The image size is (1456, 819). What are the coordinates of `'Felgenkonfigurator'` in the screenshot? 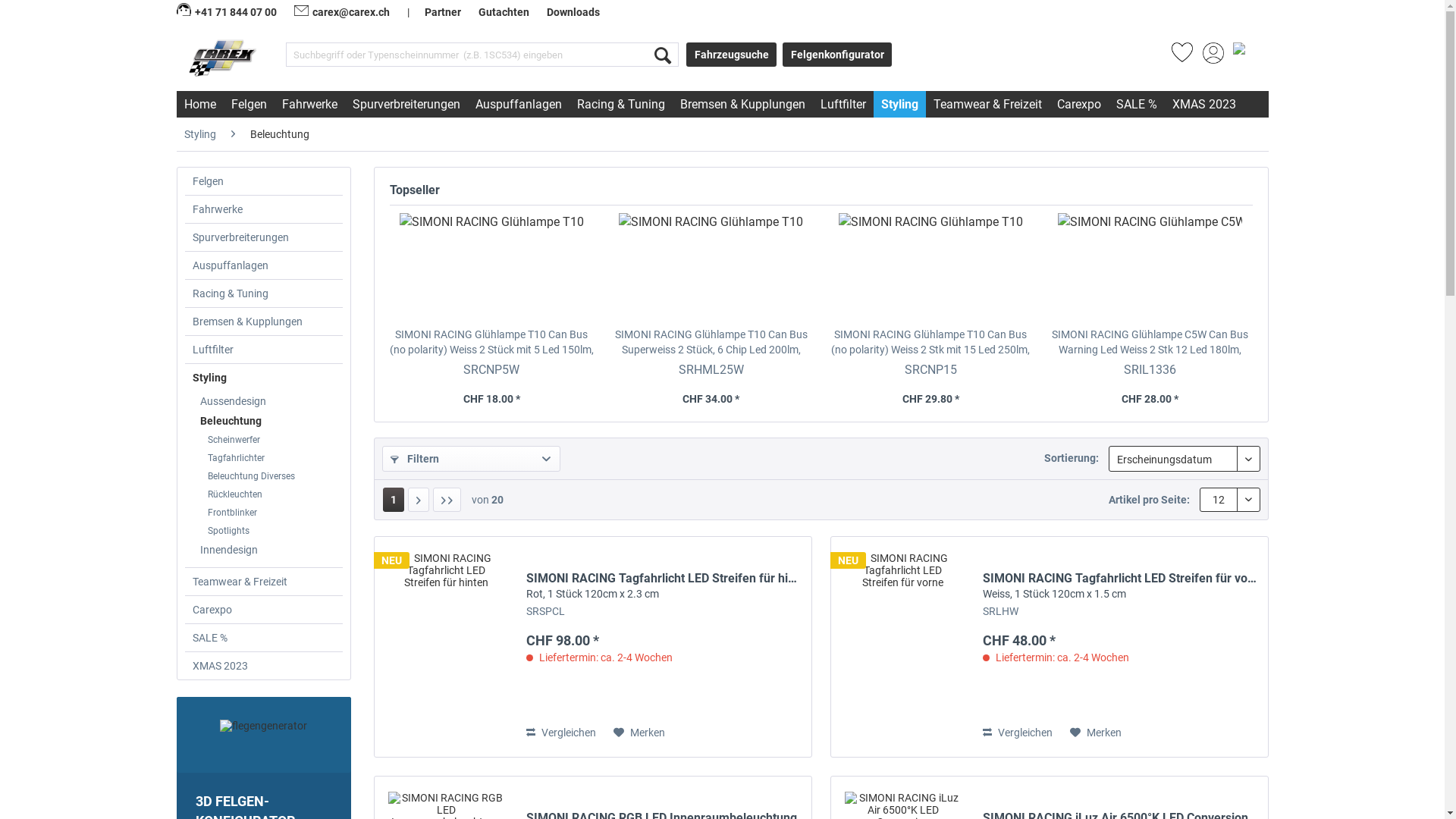 It's located at (836, 54).